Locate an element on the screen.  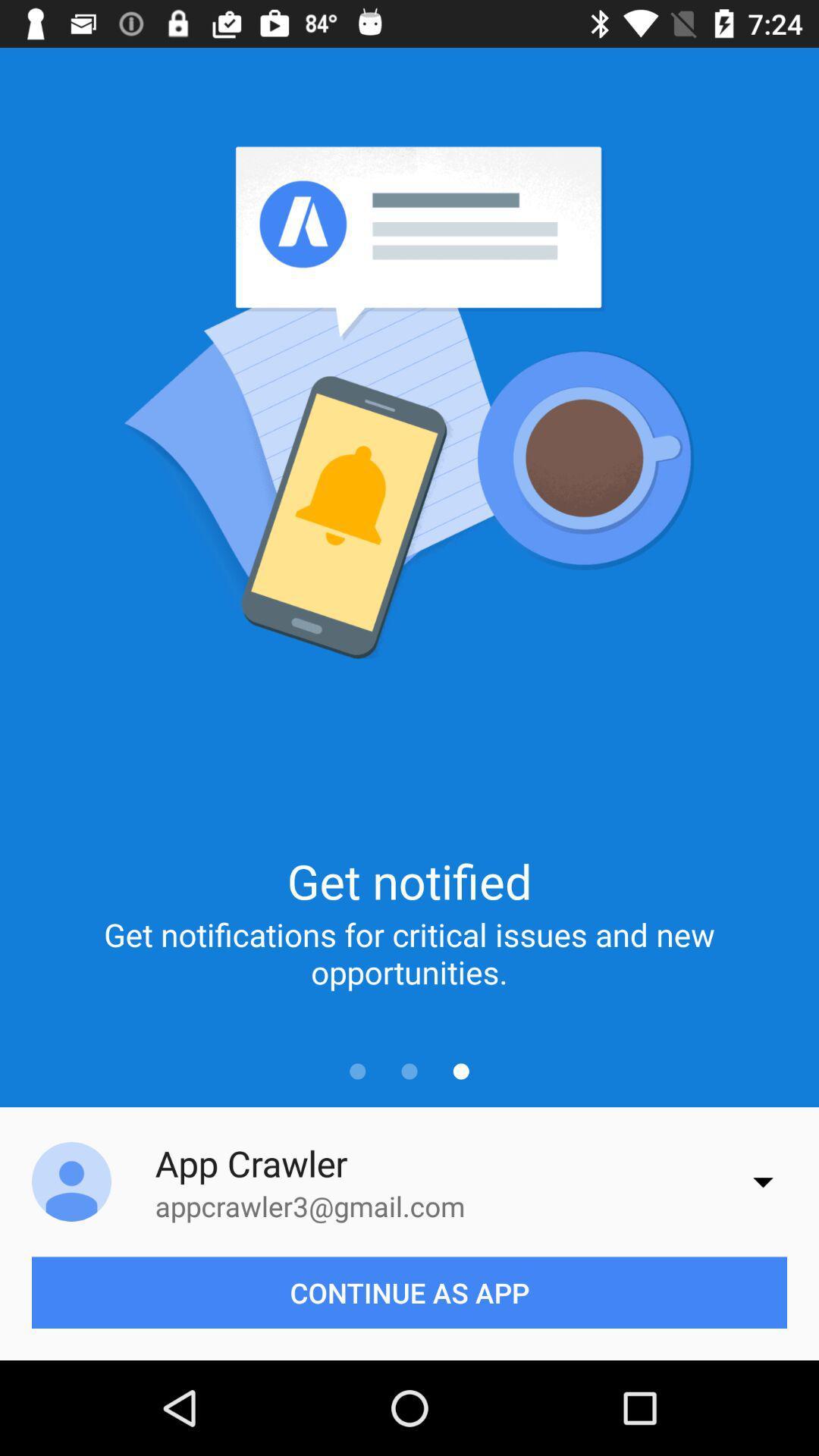
item below the appcrawler3@gmail.com item is located at coordinates (409, 1291).